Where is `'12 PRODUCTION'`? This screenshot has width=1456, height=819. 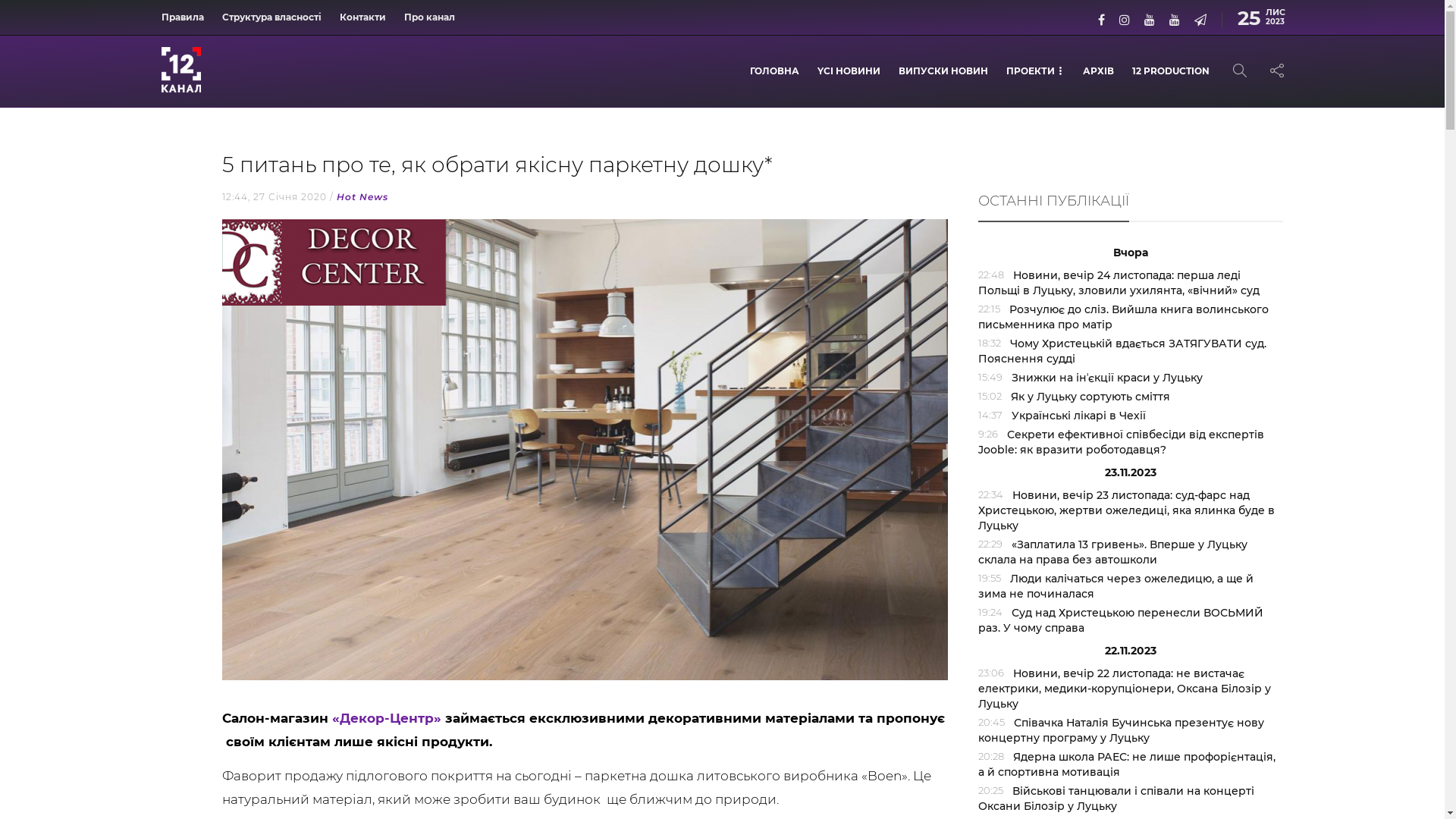 '12 PRODUCTION' is located at coordinates (1169, 71).